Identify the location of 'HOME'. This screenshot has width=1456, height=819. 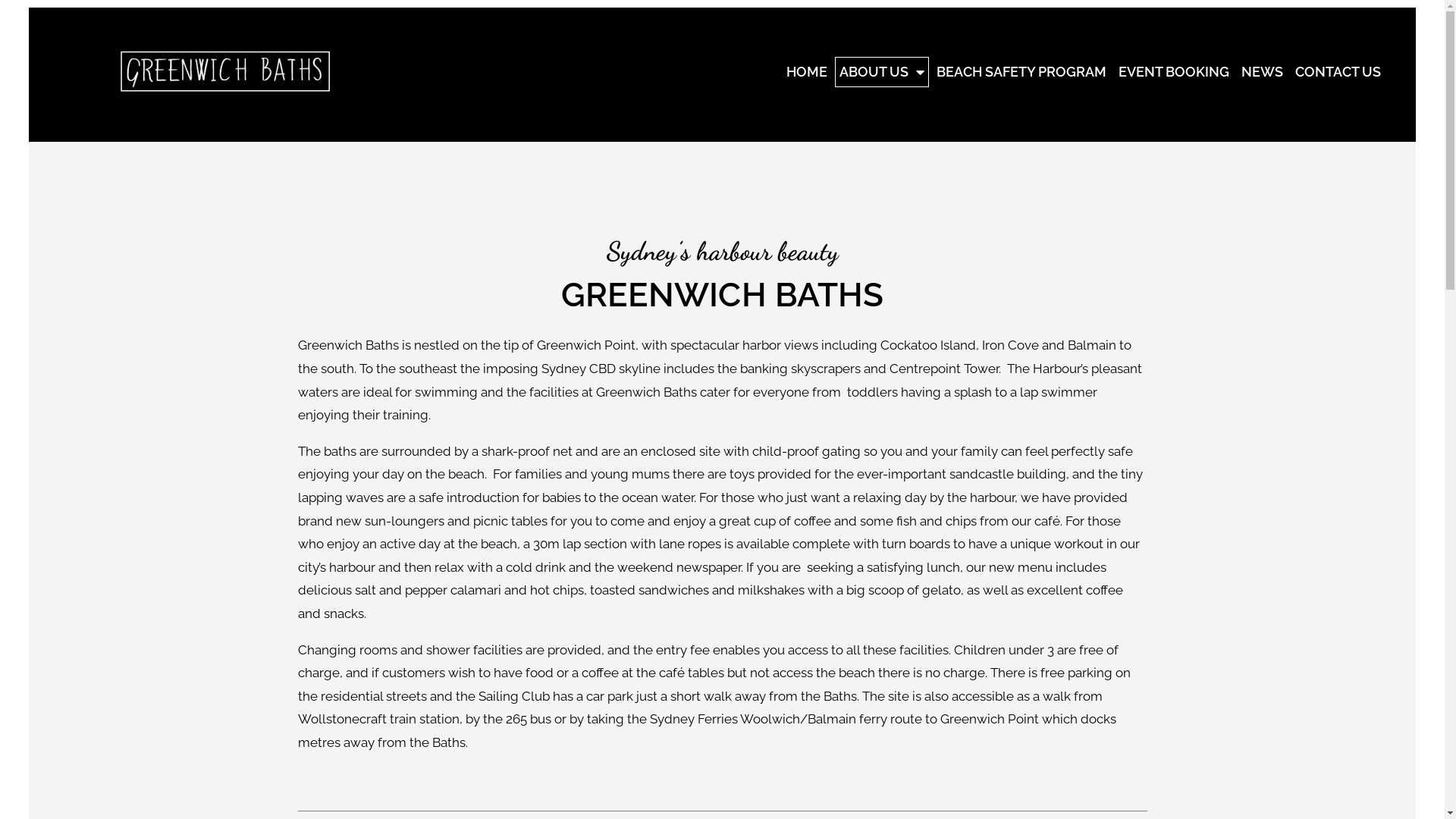
(806, 72).